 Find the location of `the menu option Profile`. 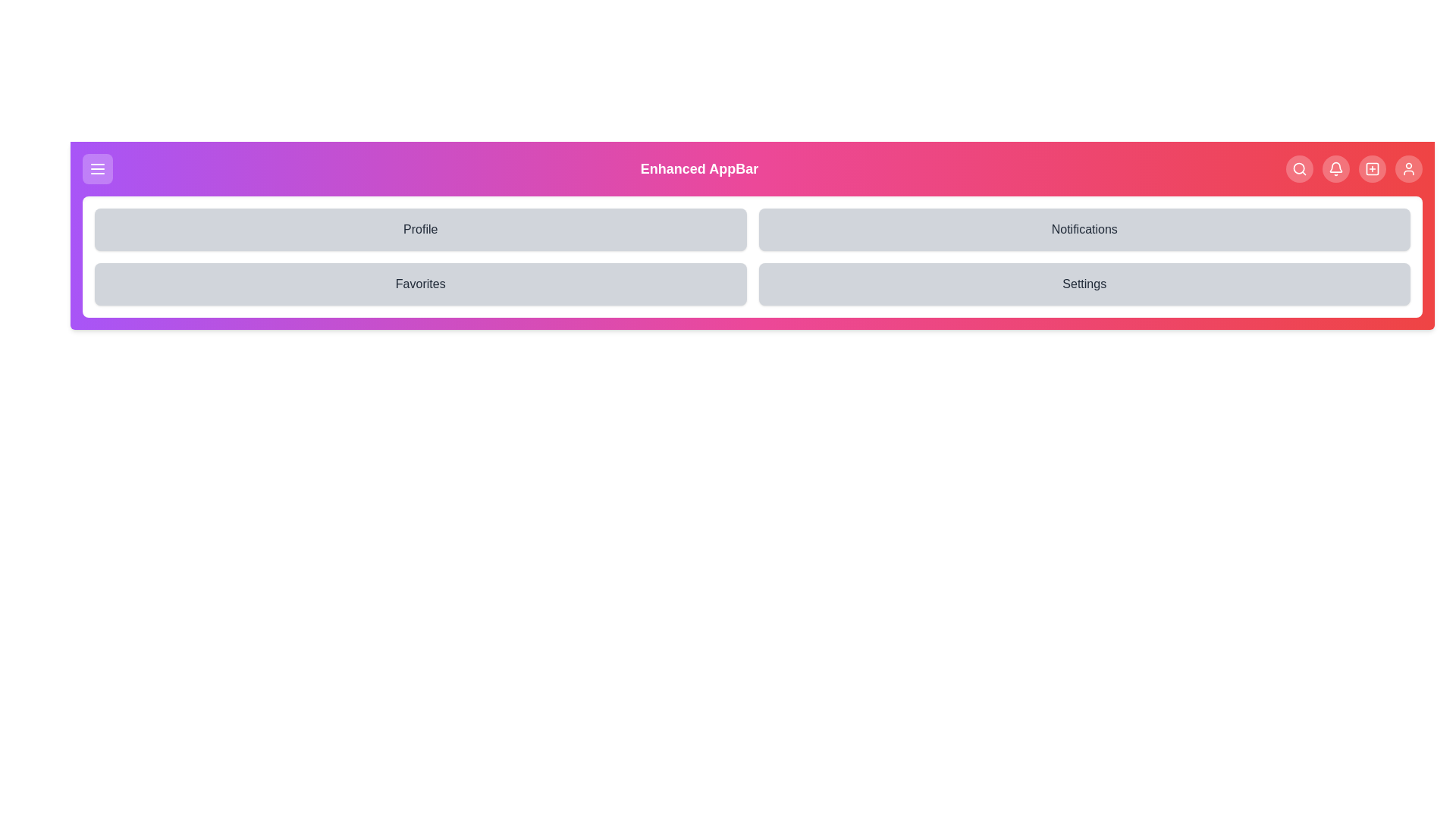

the menu option Profile is located at coordinates (420, 230).